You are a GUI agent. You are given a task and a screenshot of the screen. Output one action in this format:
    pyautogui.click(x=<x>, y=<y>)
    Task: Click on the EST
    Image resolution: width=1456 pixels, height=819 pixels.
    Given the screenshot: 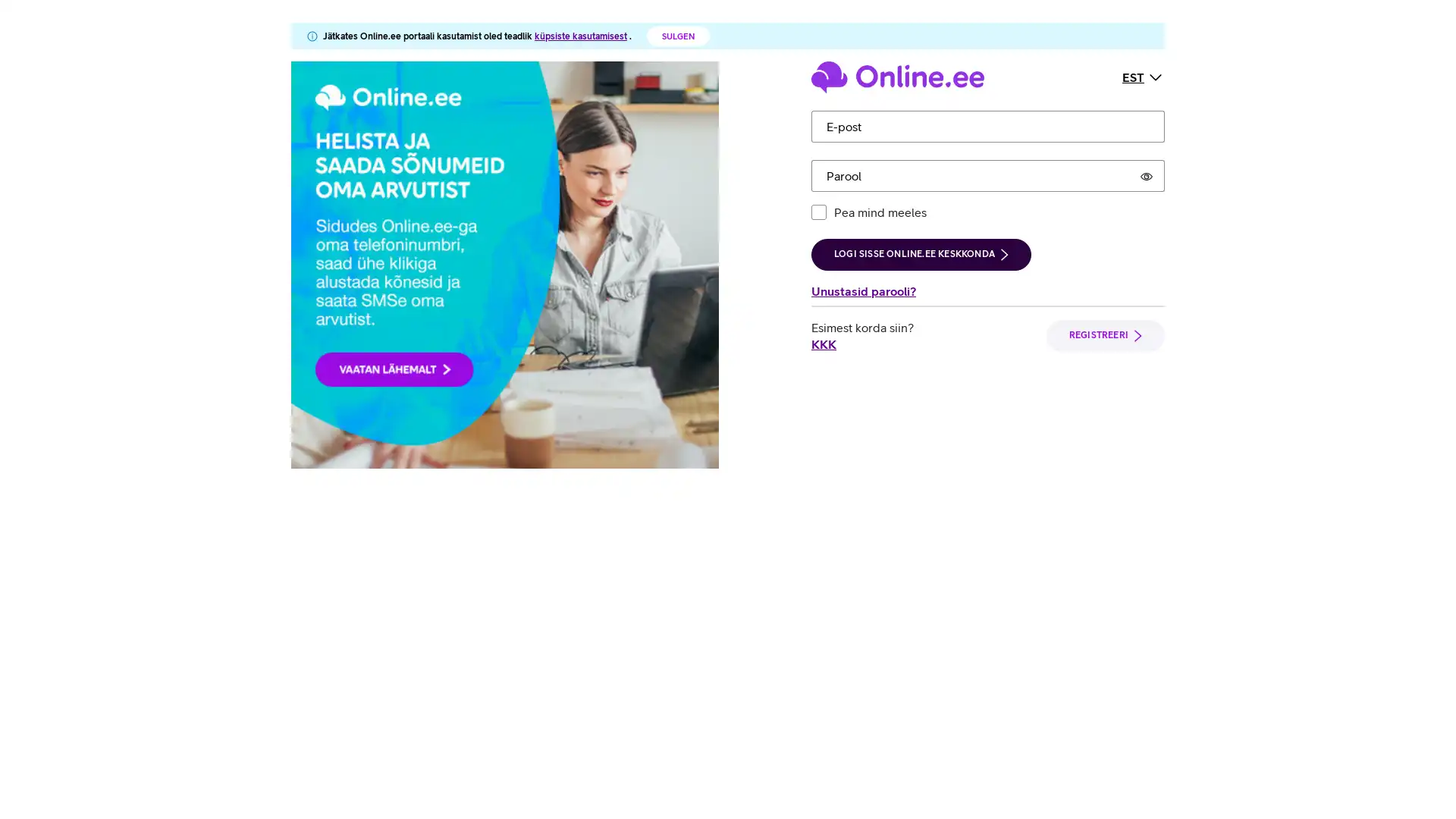 What is the action you would take?
    pyautogui.click(x=1143, y=76)
    